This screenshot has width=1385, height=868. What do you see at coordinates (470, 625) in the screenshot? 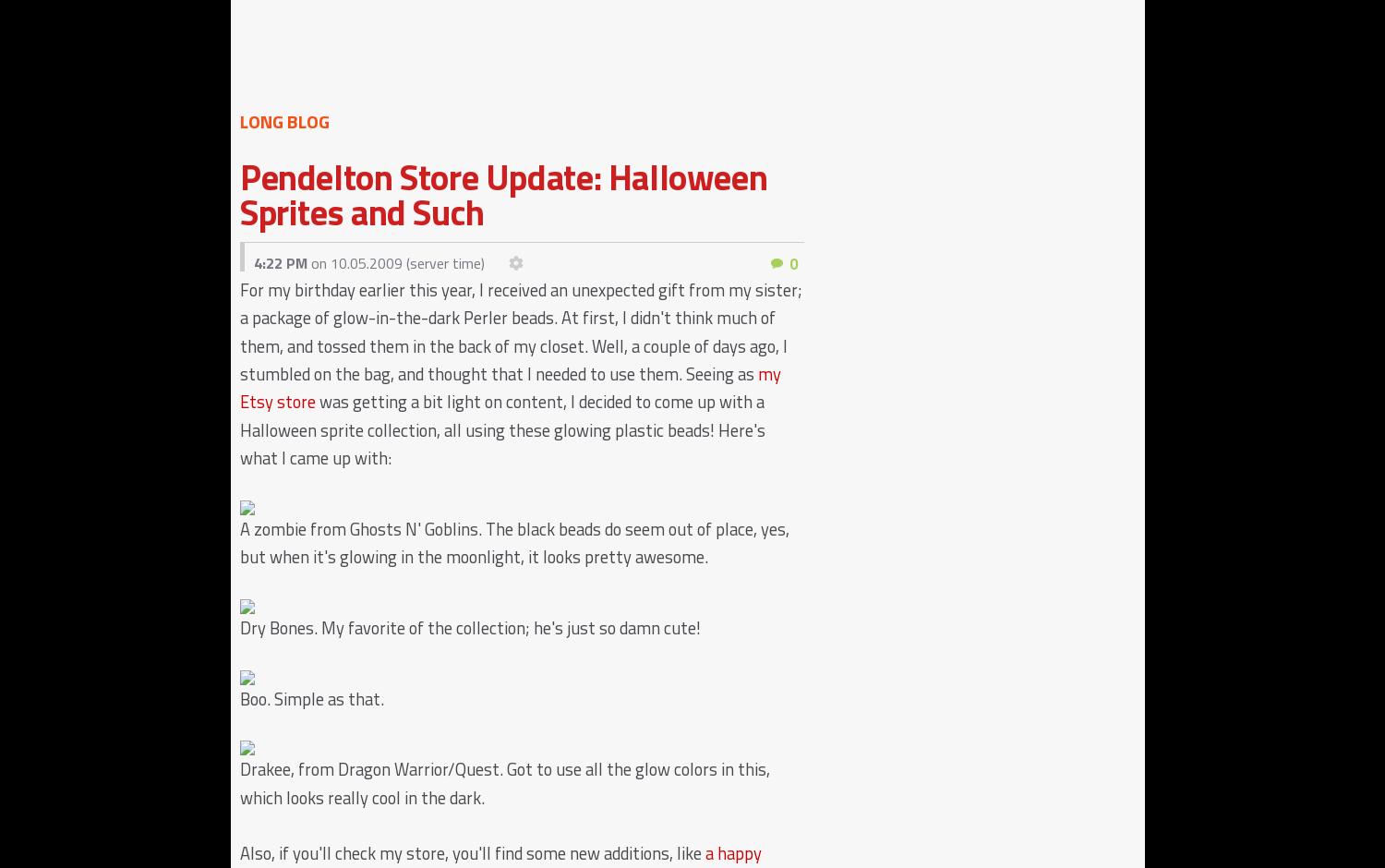
I see `'Dry Bones. My favorite of the collection; he's just so damn cute!'` at bounding box center [470, 625].